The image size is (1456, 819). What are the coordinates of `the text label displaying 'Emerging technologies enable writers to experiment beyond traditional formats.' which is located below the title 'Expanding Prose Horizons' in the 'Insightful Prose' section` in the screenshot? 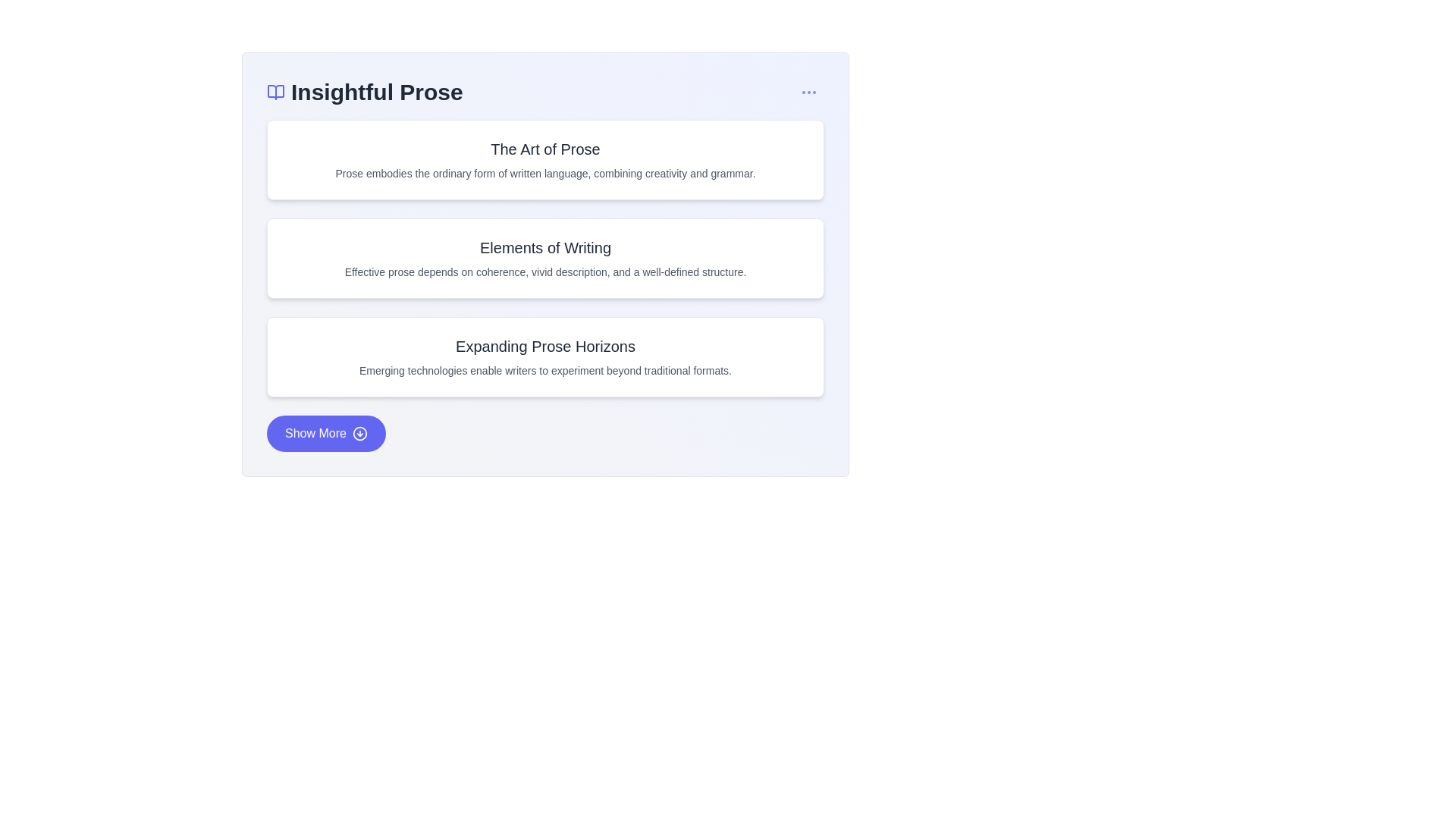 It's located at (545, 371).